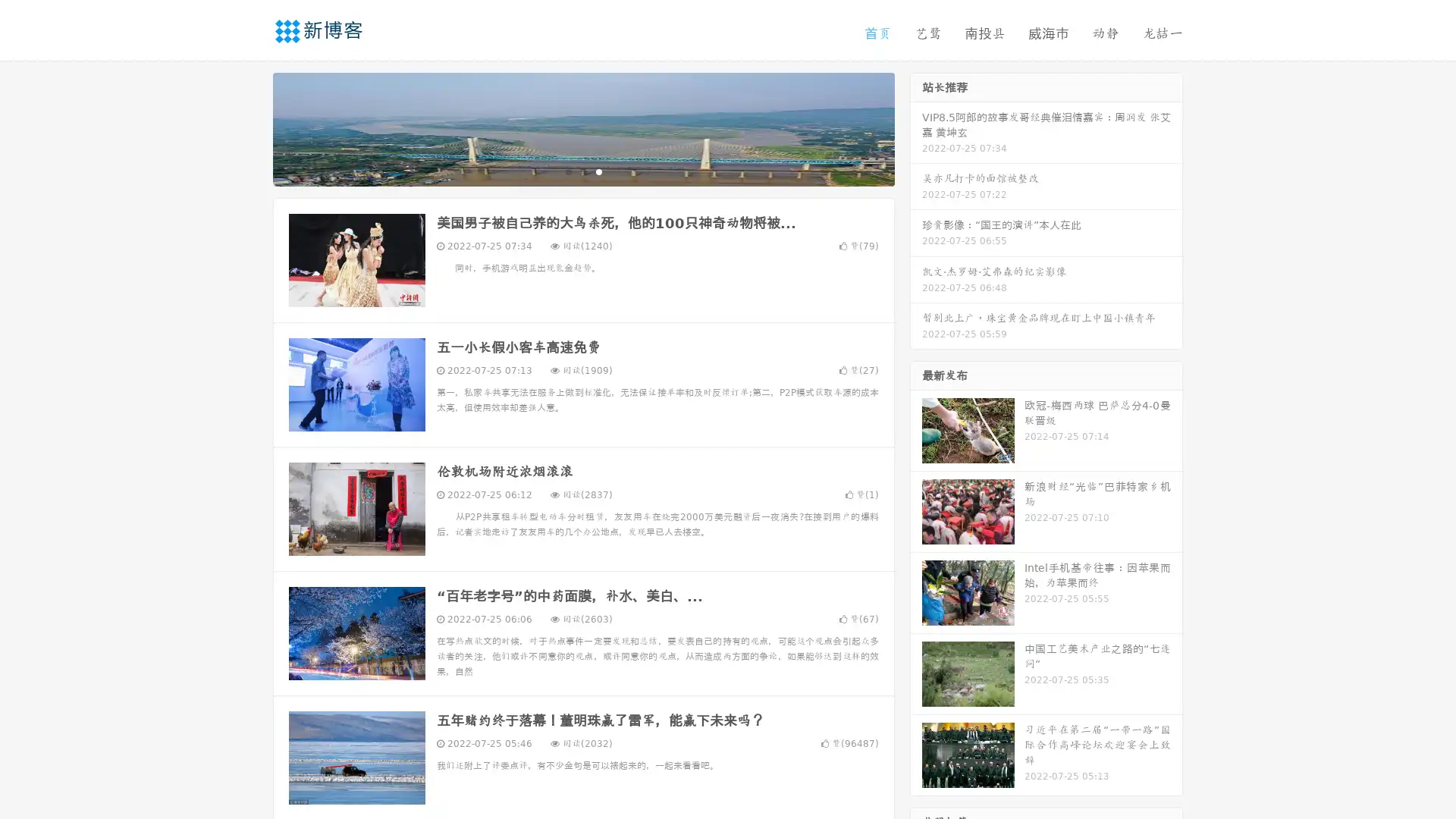 The height and width of the screenshot is (819, 1456). What do you see at coordinates (916, 127) in the screenshot?
I see `Next slide` at bounding box center [916, 127].